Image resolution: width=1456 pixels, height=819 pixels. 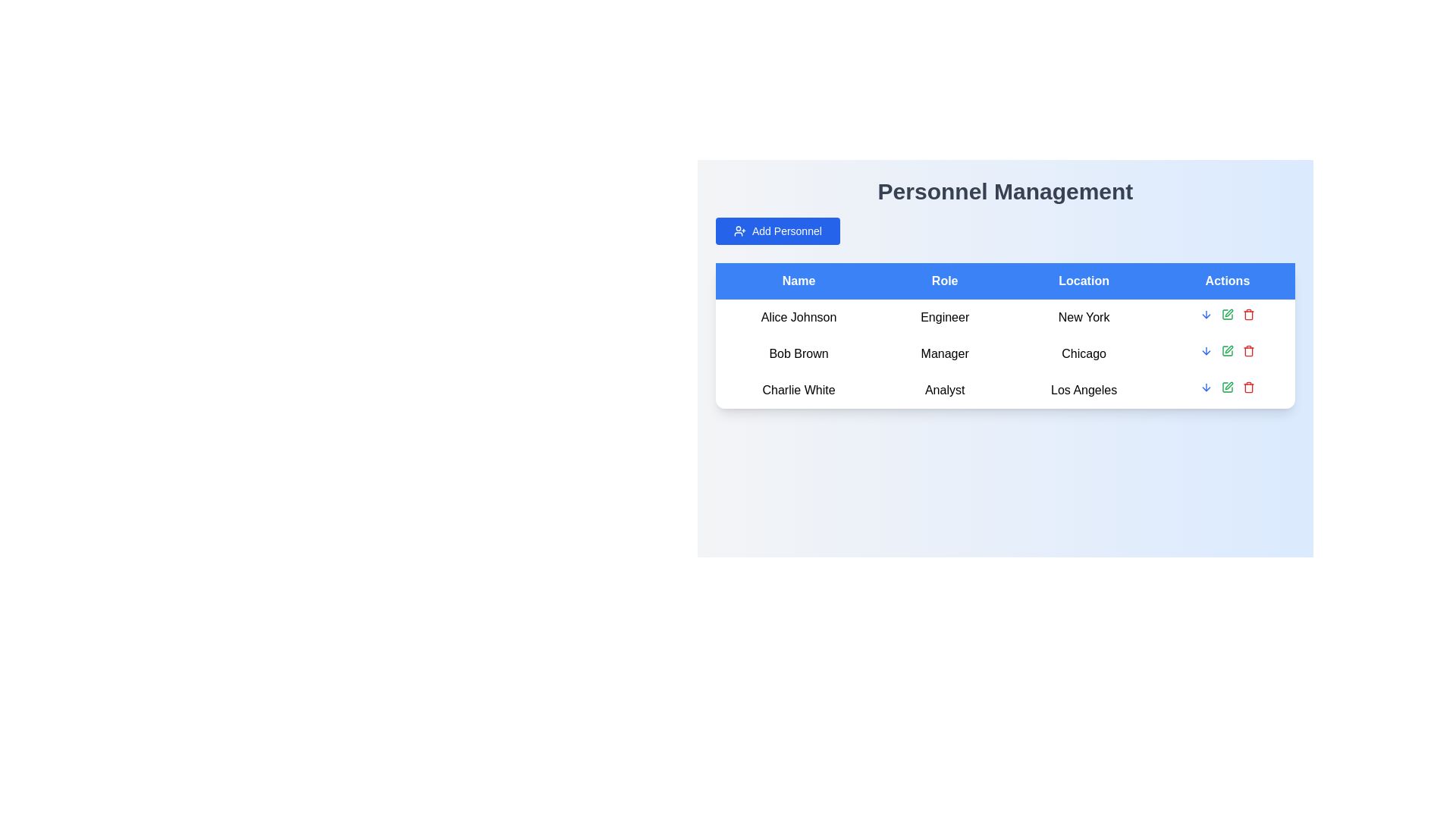 What do you see at coordinates (1005, 191) in the screenshot?
I see `the prominently styled text label that reads 'Personnel Management', located at the top of the header section above the 'Add Personnel' button` at bounding box center [1005, 191].